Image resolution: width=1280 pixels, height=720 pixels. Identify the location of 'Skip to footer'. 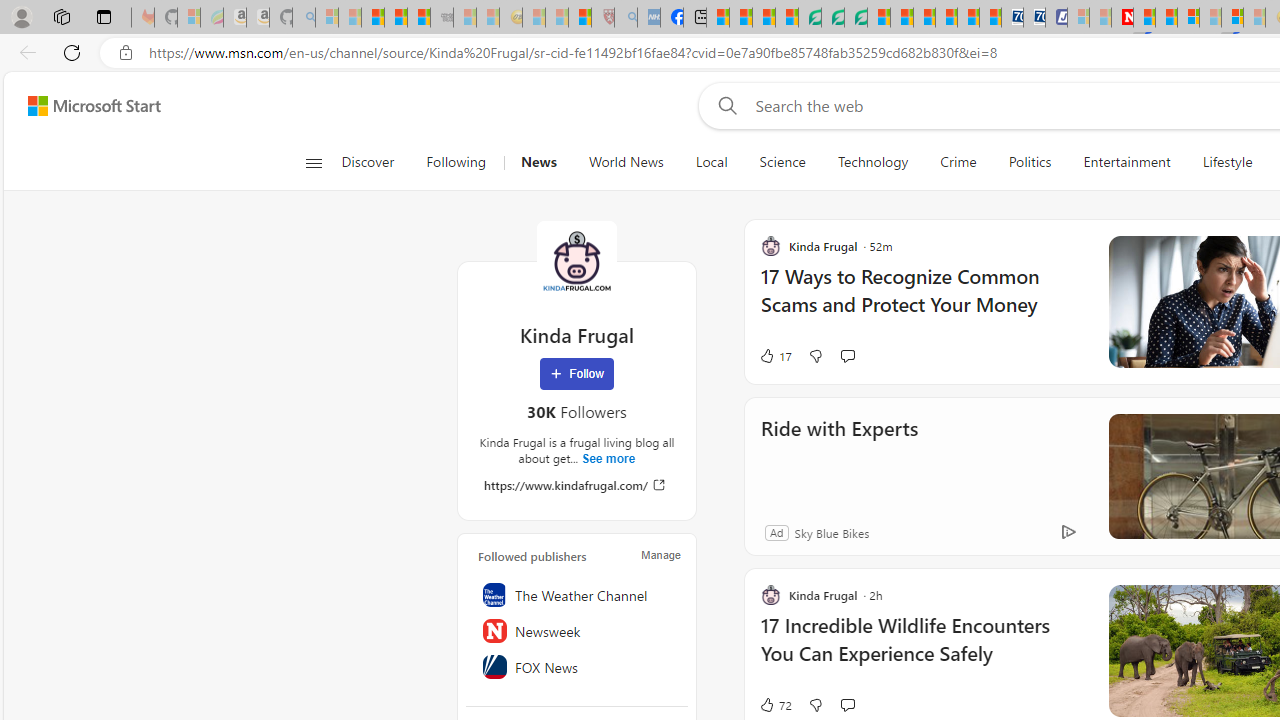
(81, 105).